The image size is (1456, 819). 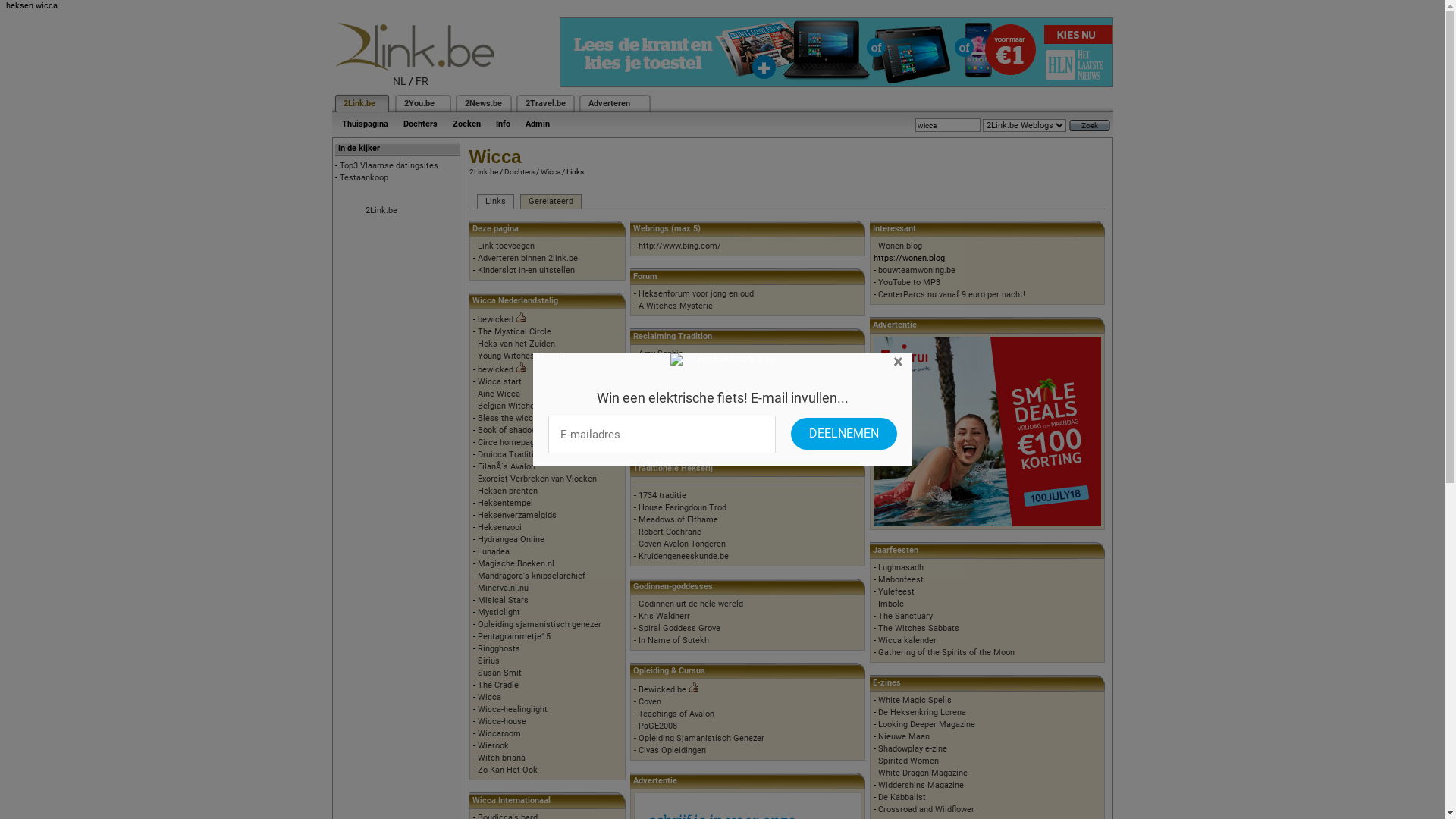 I want to click on 'Belgian Witches 2', so click(x=512, y=405).